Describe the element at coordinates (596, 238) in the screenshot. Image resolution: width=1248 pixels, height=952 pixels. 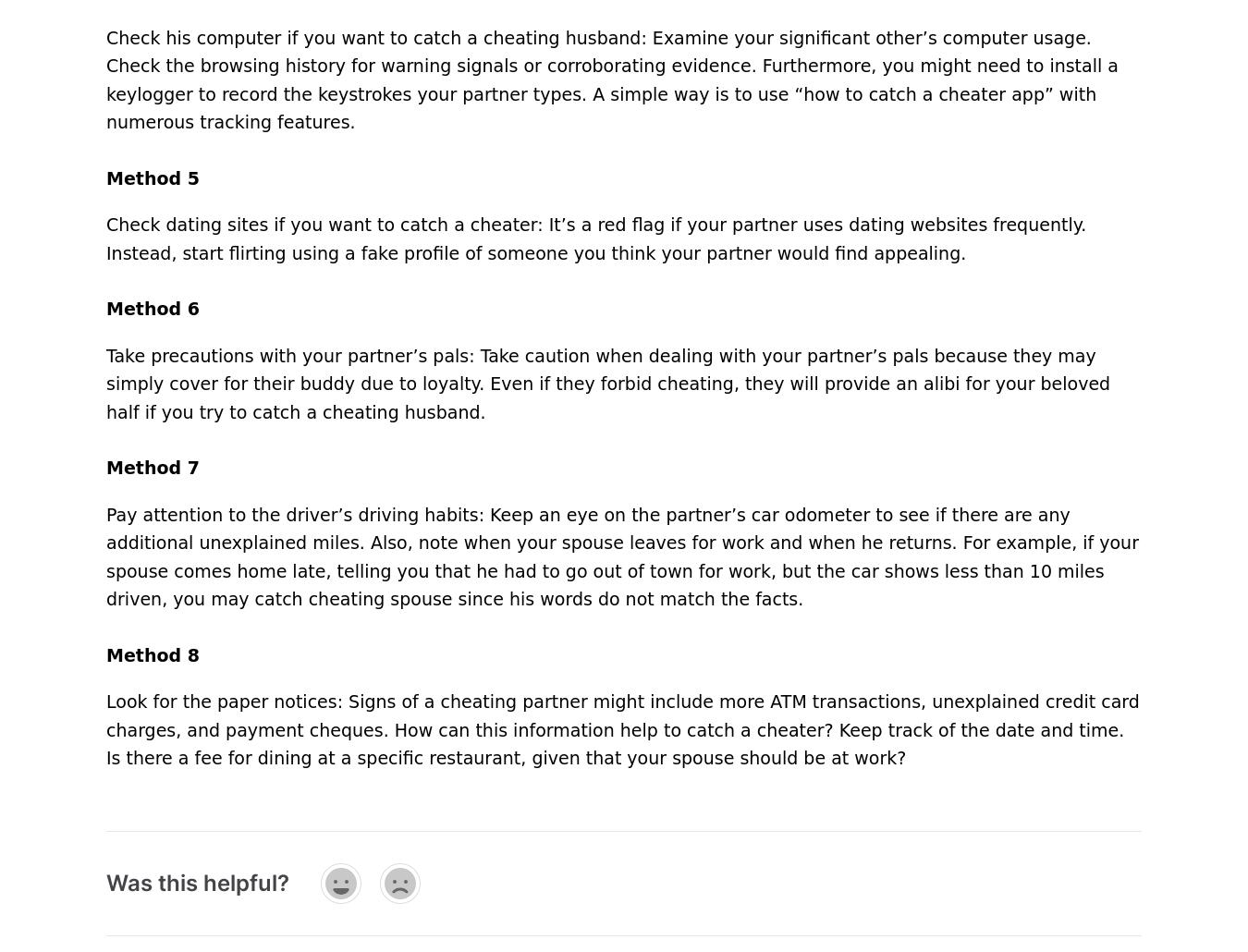
I see `'Check dating sites if you want to catch a cheater: It’s a red flag if your partner uses dating websites frequently. Instead, start flirting using a fake profile of someone you think your partner would find appealing.'` at that location.